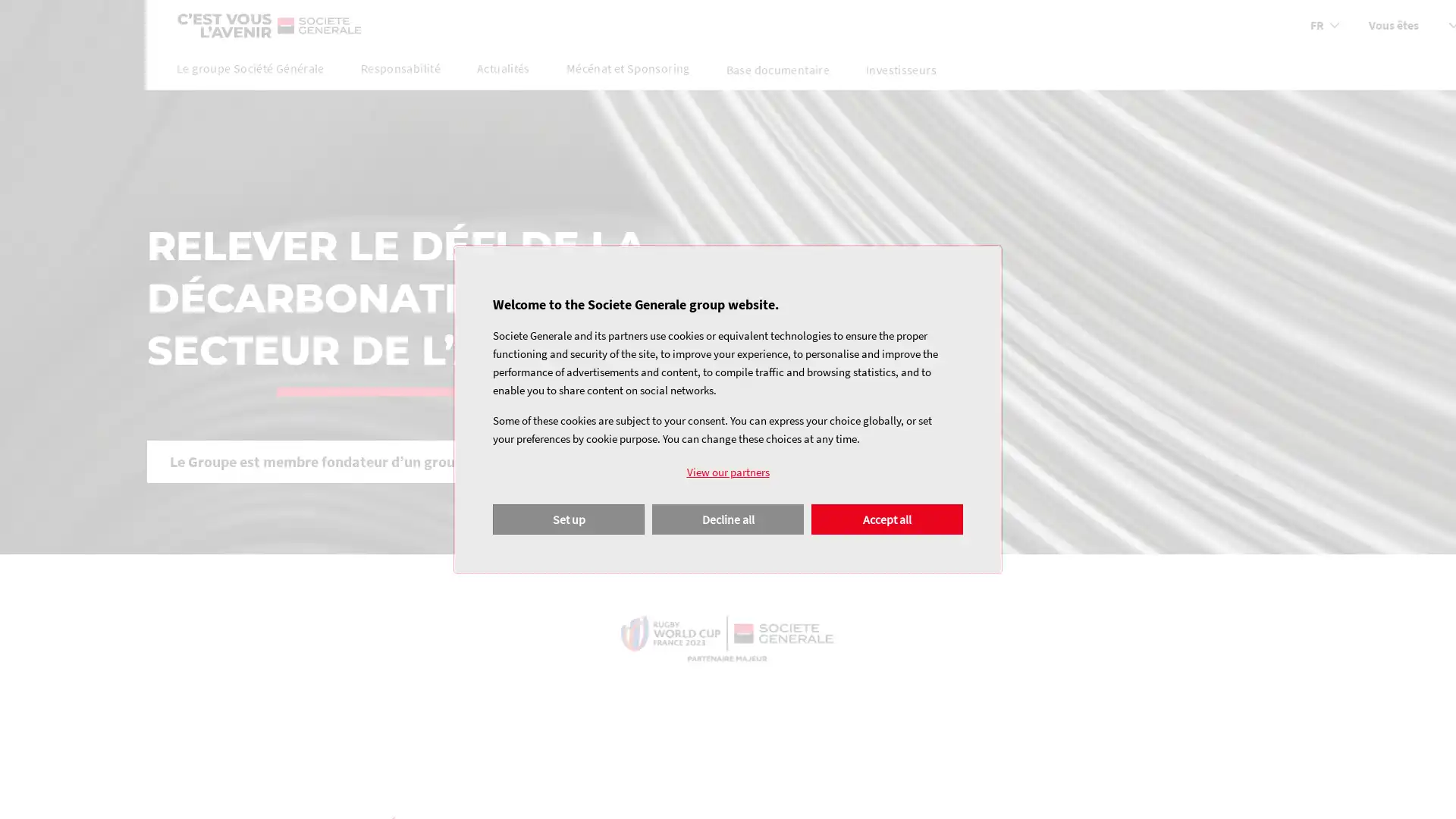 The image size is (1456, 819). What do you see at coordinates (250, 127) in the screenshot?
I see `Le groupe Societe Generale` at bounding box center [250, 127].